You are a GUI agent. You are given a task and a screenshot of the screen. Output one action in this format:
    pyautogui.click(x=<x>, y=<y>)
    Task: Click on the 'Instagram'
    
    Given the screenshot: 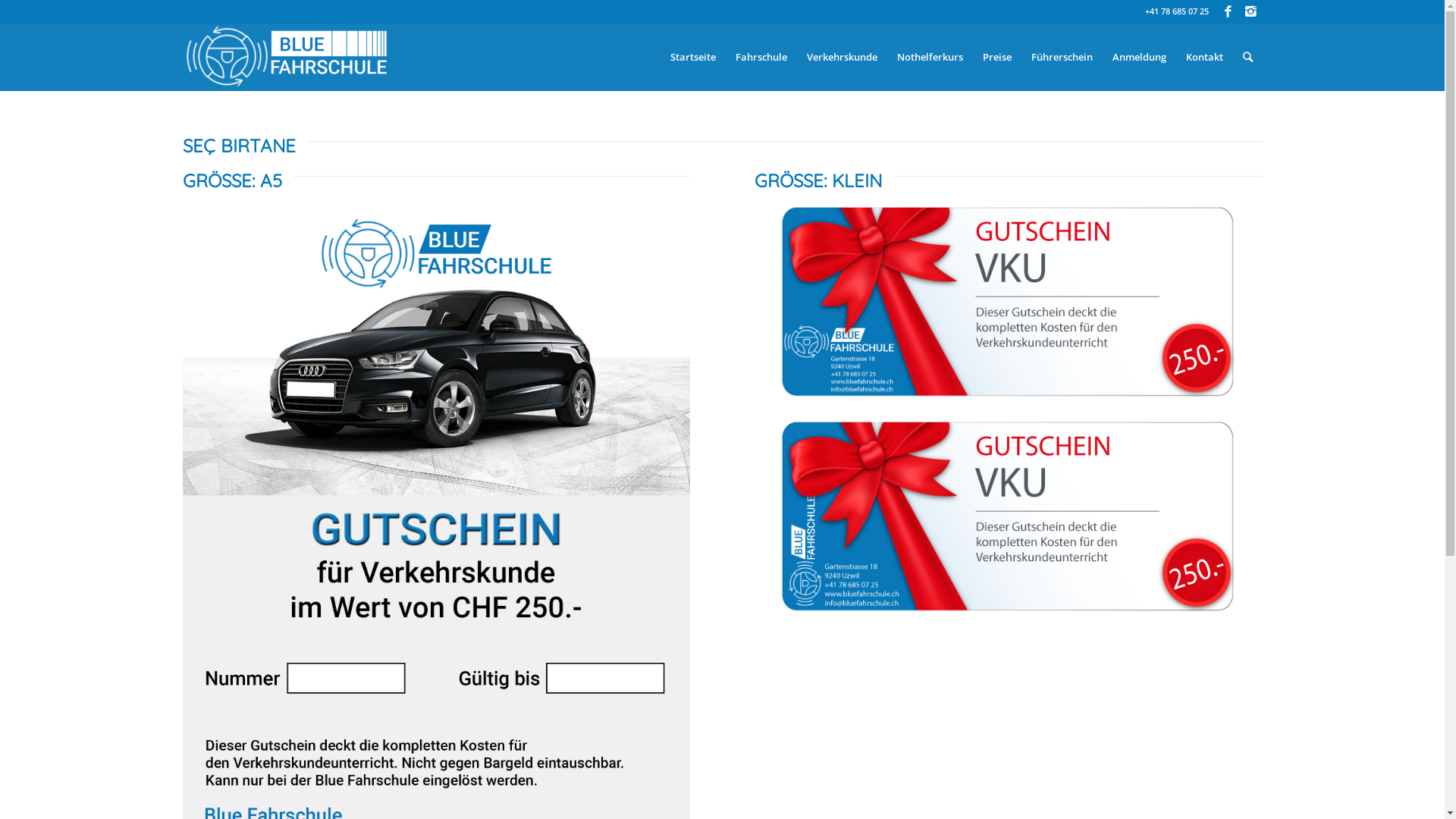 What is the action you would take?
    pyautogui.click(x=1250, y=11)
    